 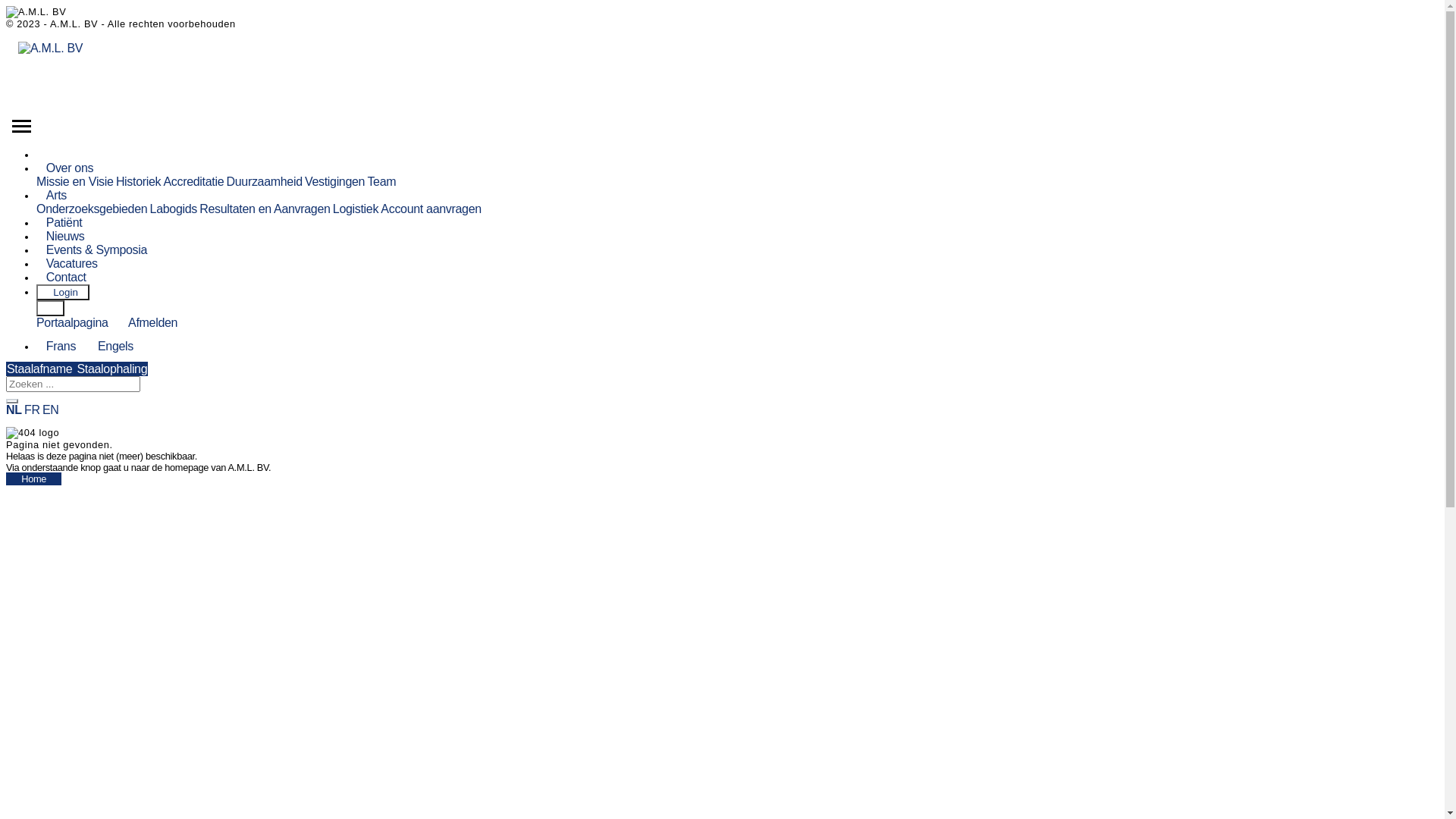 What do you see at coordinates (429, 209) in the screenshot?
I see `'Account aanvragen'` at bounding box center [429, 209].